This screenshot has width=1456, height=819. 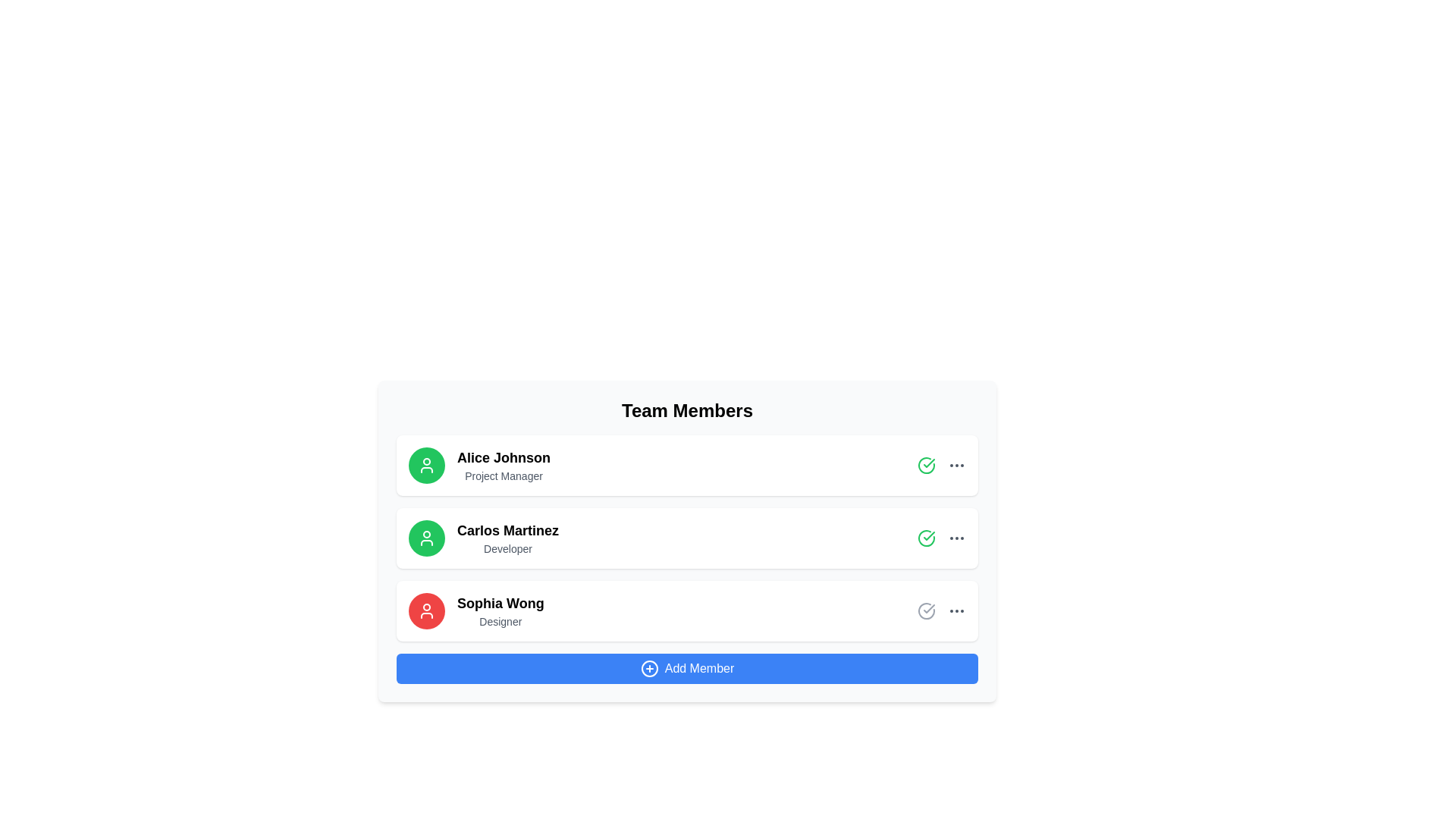 What do you see at coordinates (956, 610) in the screenshot?
I see `the horizontal ellipsis icon consisting of three dots aligned horizontally located at the end of the 'Team Members' section` at bounding box center [956, 610].